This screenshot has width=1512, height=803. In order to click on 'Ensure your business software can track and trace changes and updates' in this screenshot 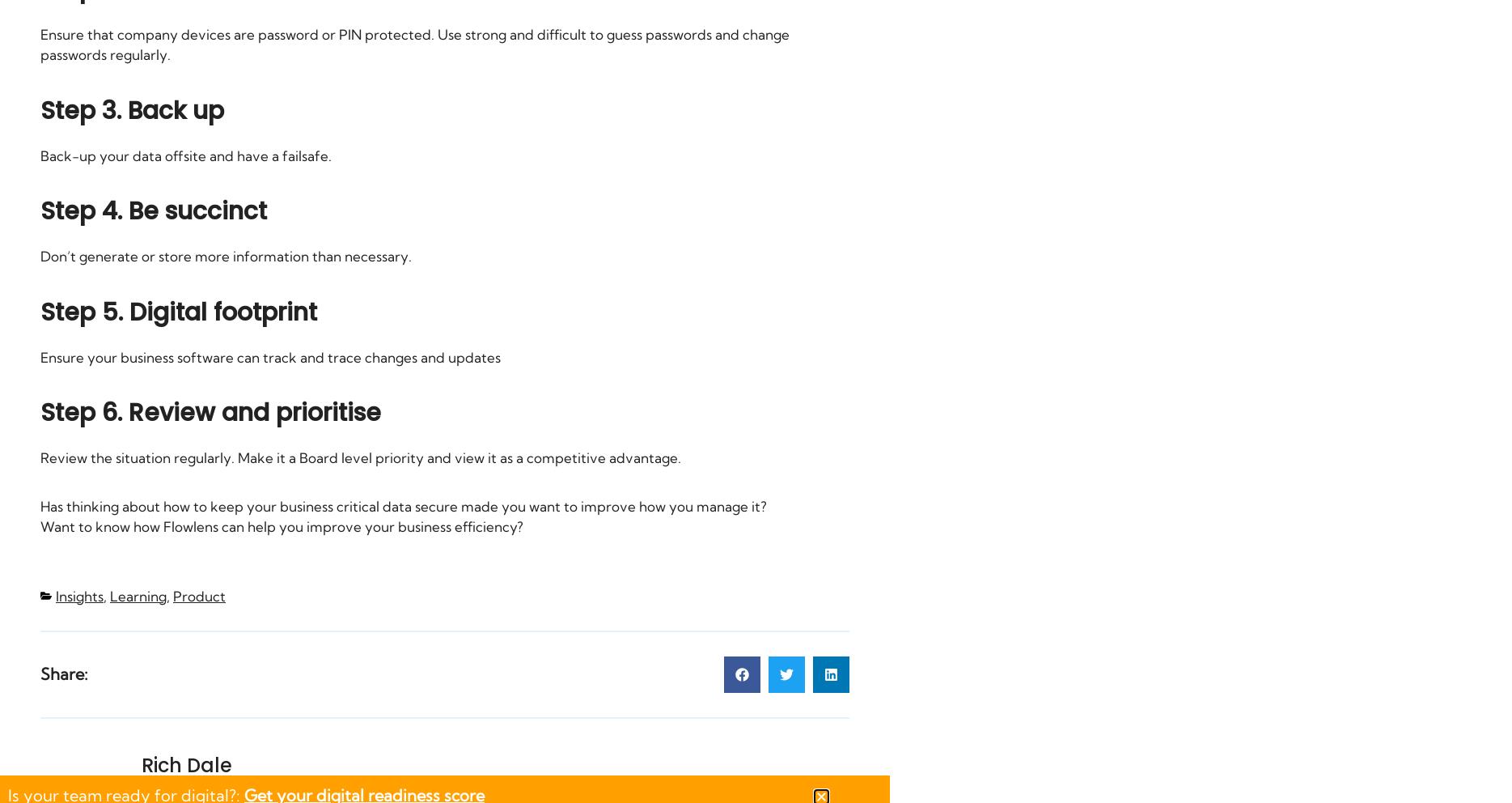, I will do `click(270, 355)`.